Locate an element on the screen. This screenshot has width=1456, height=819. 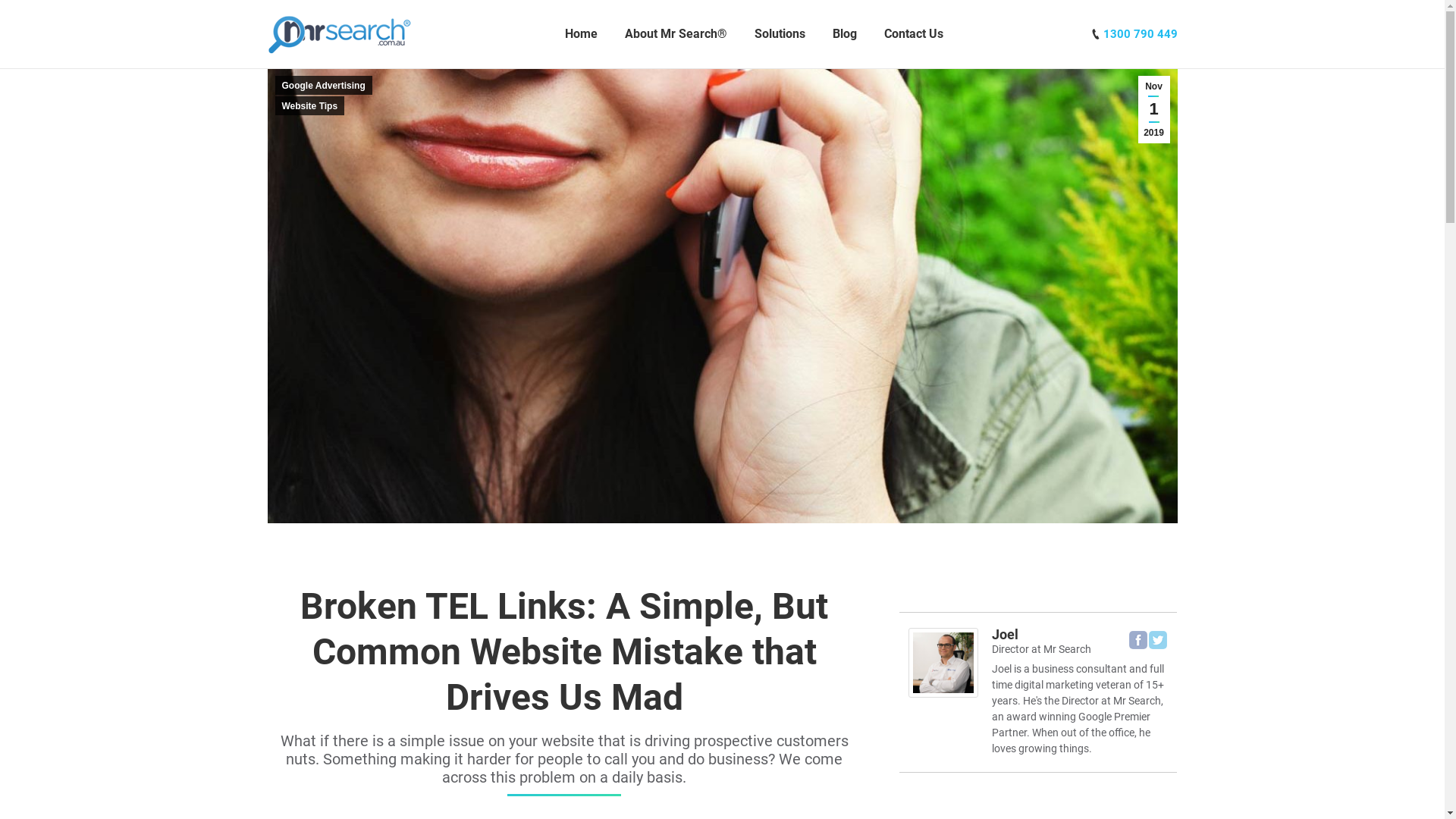
'Solutions' is located at coordinates (780, 34).